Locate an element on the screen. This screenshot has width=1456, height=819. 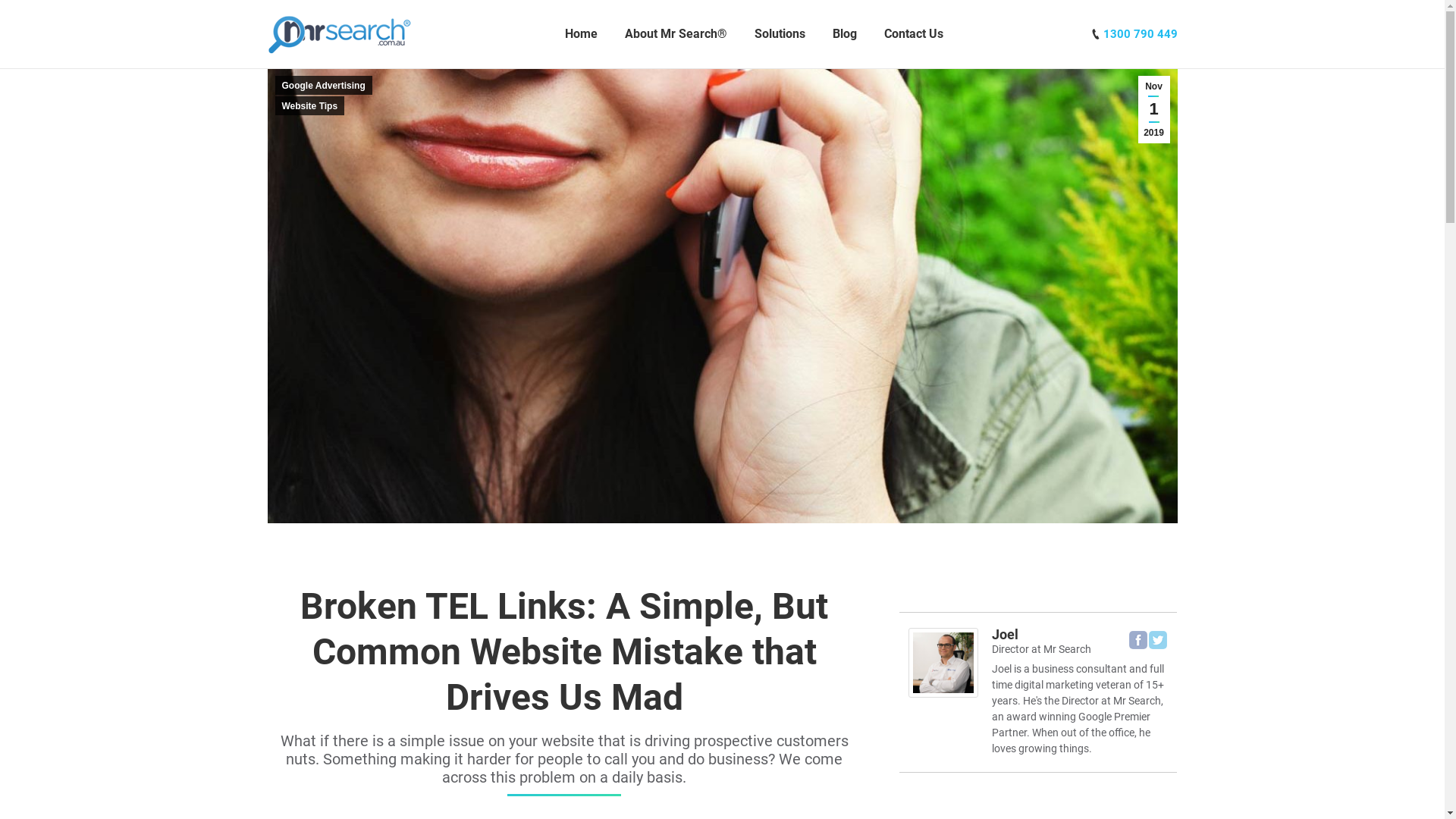
'Solutions' is located at coordinates (780, 34).